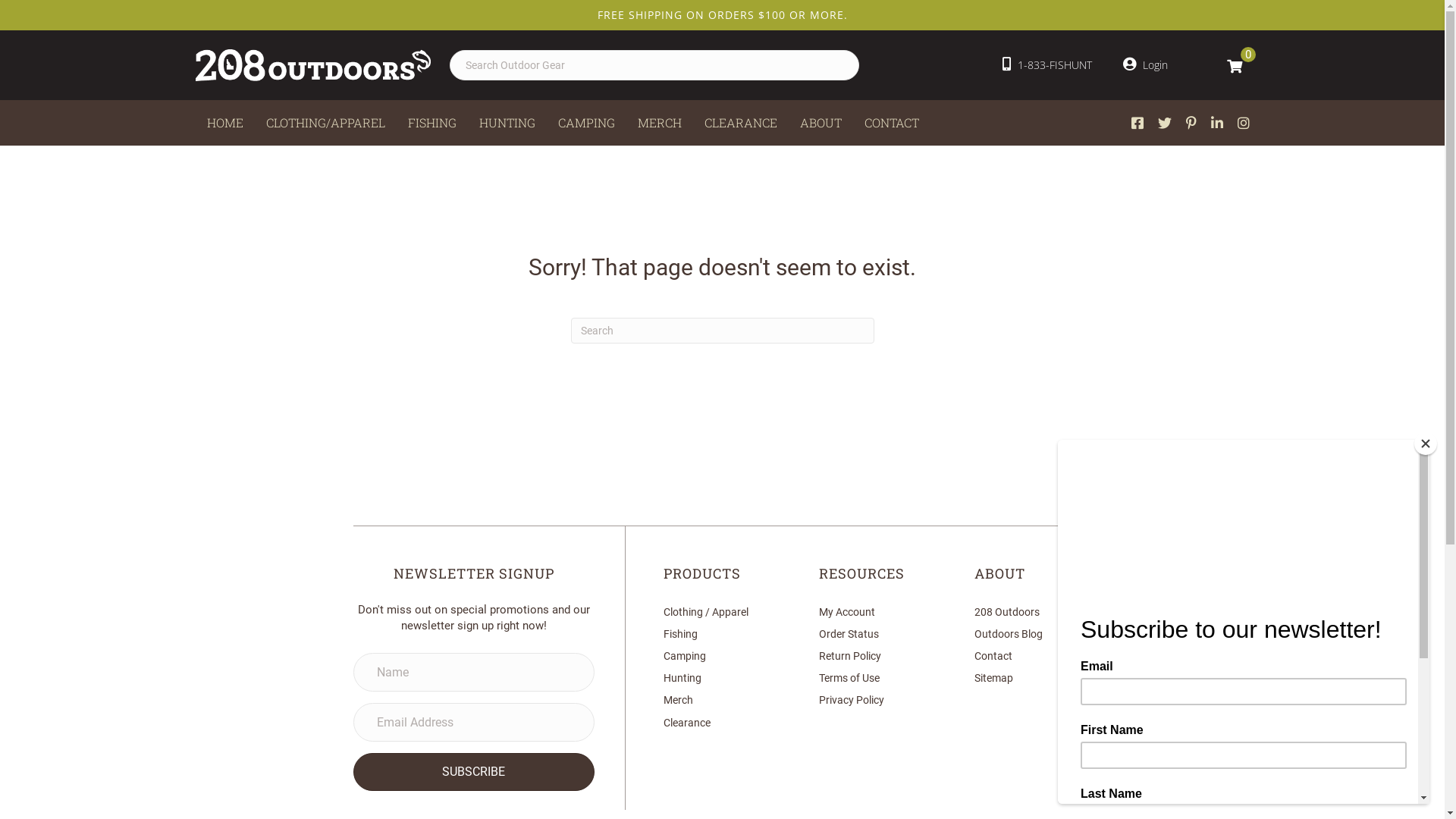  What do you see at coordinates (686, 721) in the screenshot?
I see `'Clearance'` at bounding box center [686, 721].